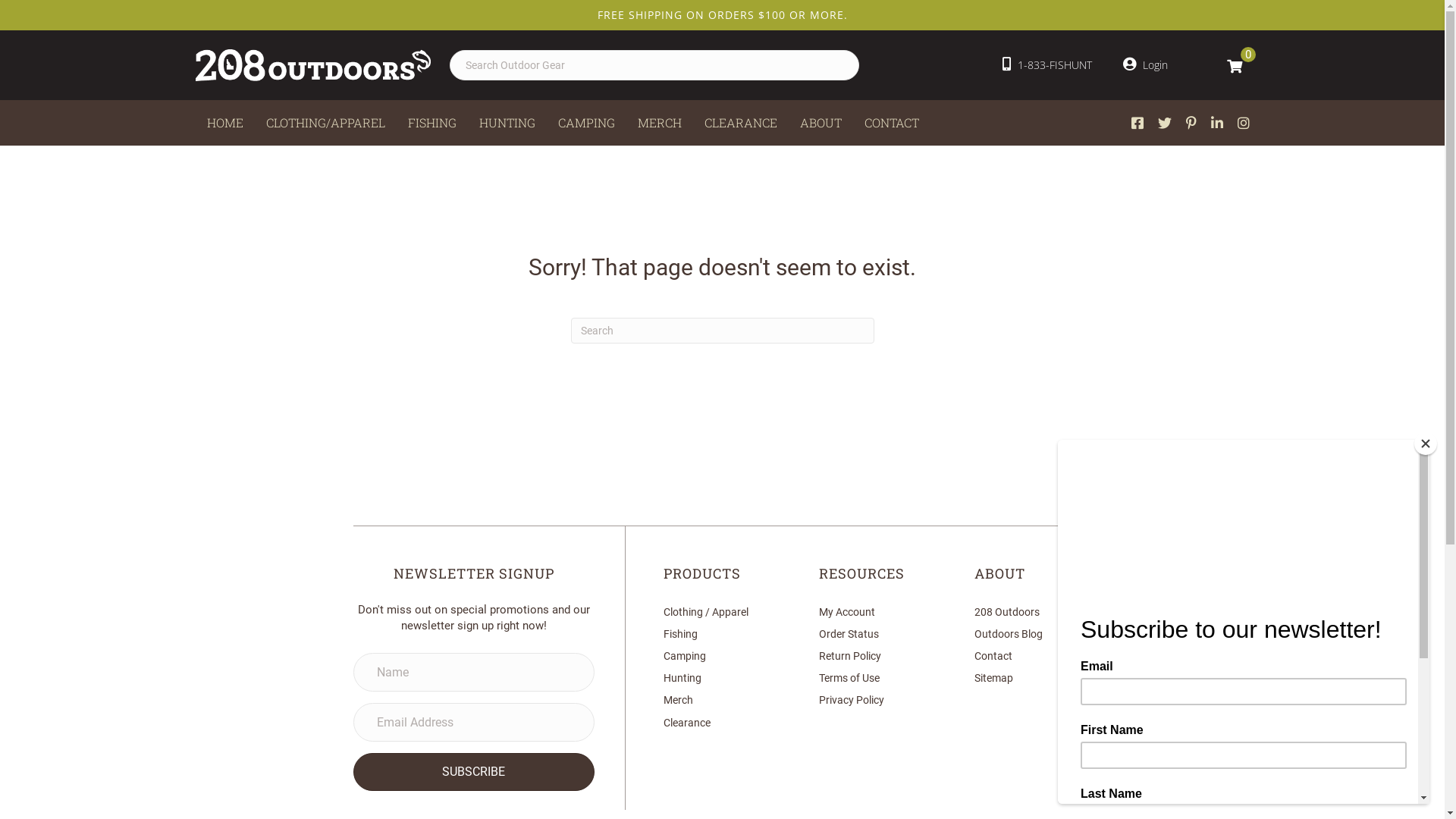  What do you see at coordinates (686, 721) in the screenshot?
I see `'Clearance'` at bounding box center [686, 721].